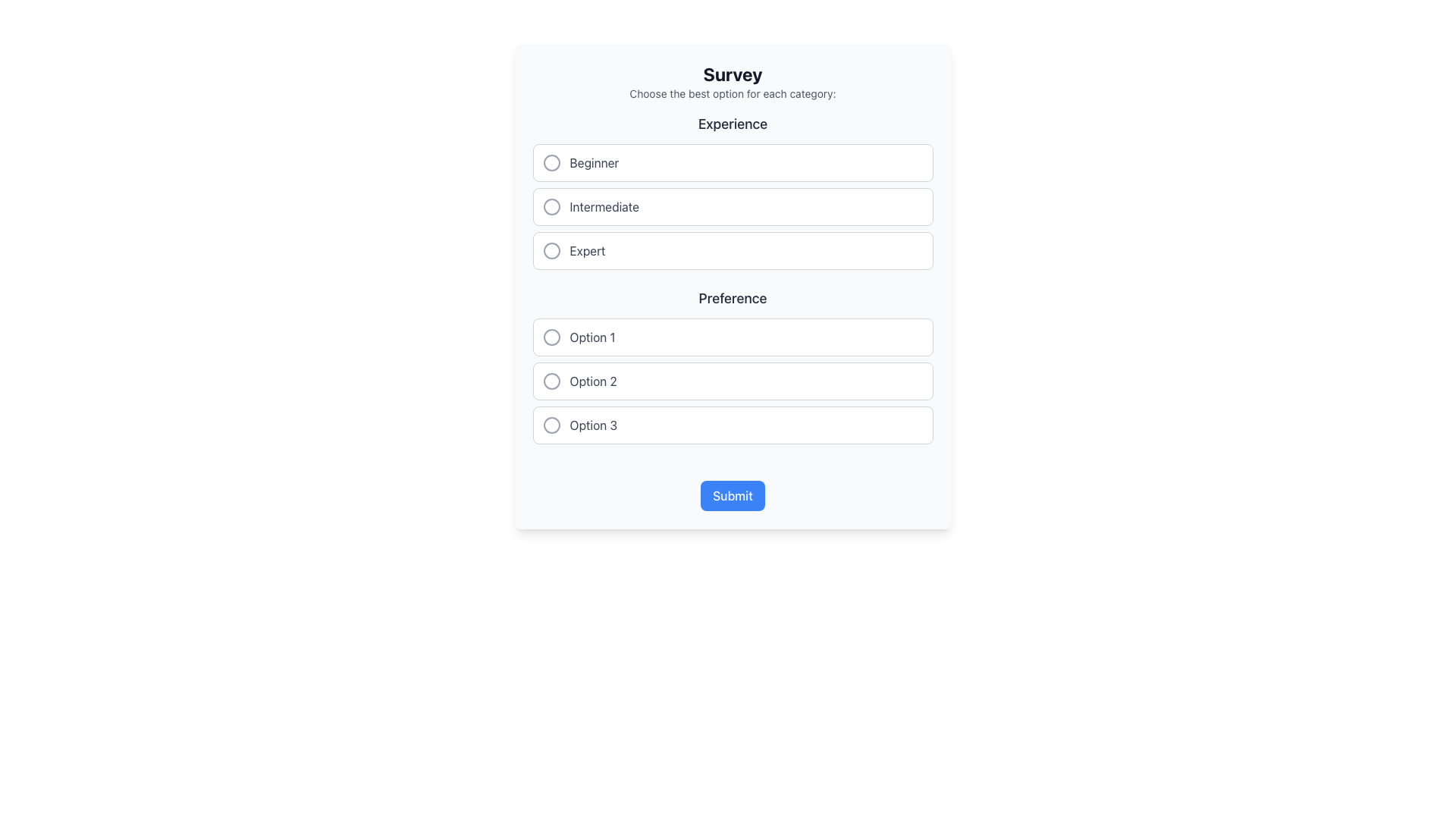  Describe the element at coordinates (551, 250) in the screenshot. I see `the 'Expert' radio button located in the 'Experience' section of the survey` at that location.